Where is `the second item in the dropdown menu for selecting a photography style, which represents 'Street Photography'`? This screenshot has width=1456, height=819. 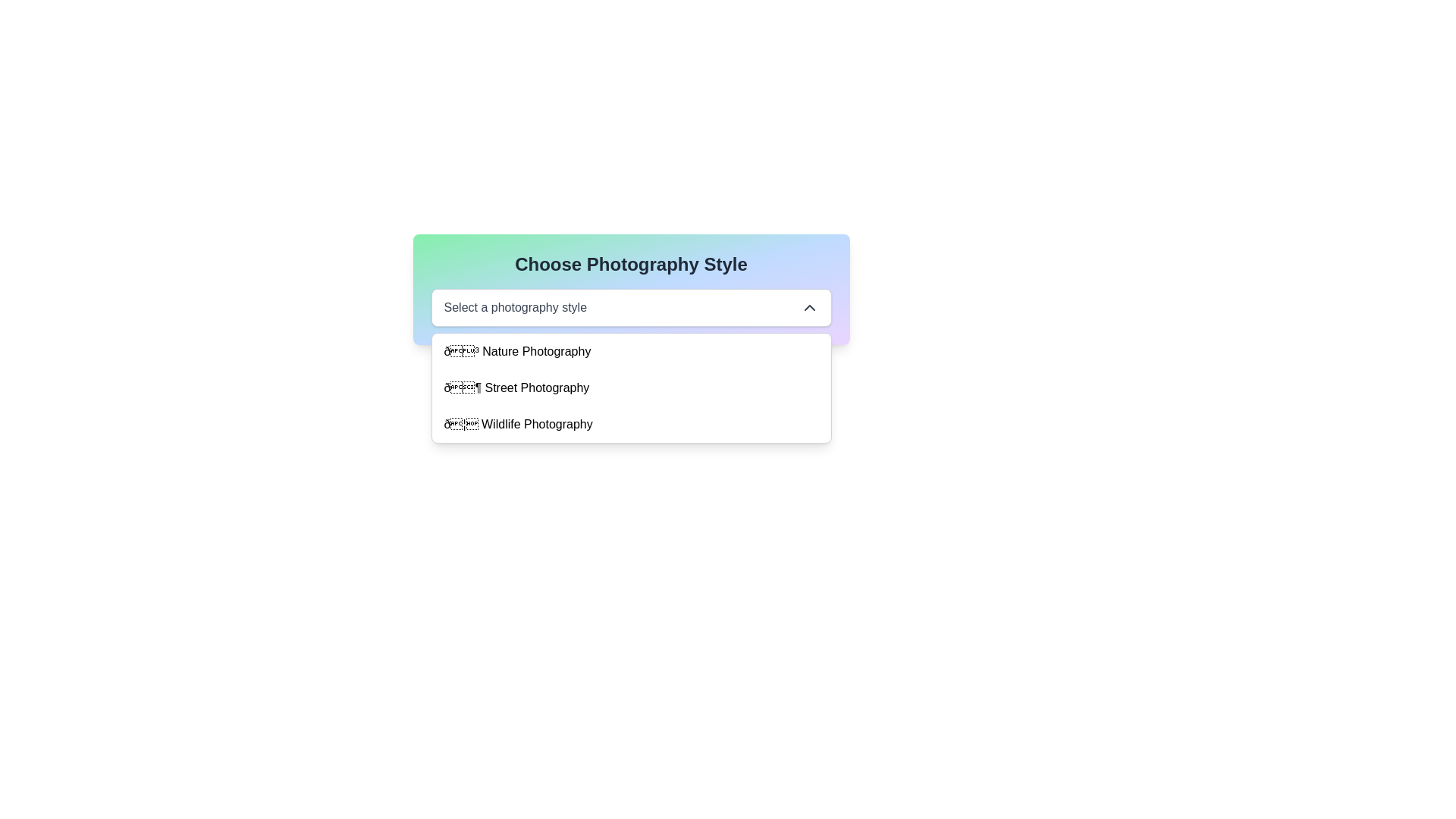 the second item in the dropdown menu for selecting a photography style, which represents 'Street Photography' is located at coordinates (516, 388).